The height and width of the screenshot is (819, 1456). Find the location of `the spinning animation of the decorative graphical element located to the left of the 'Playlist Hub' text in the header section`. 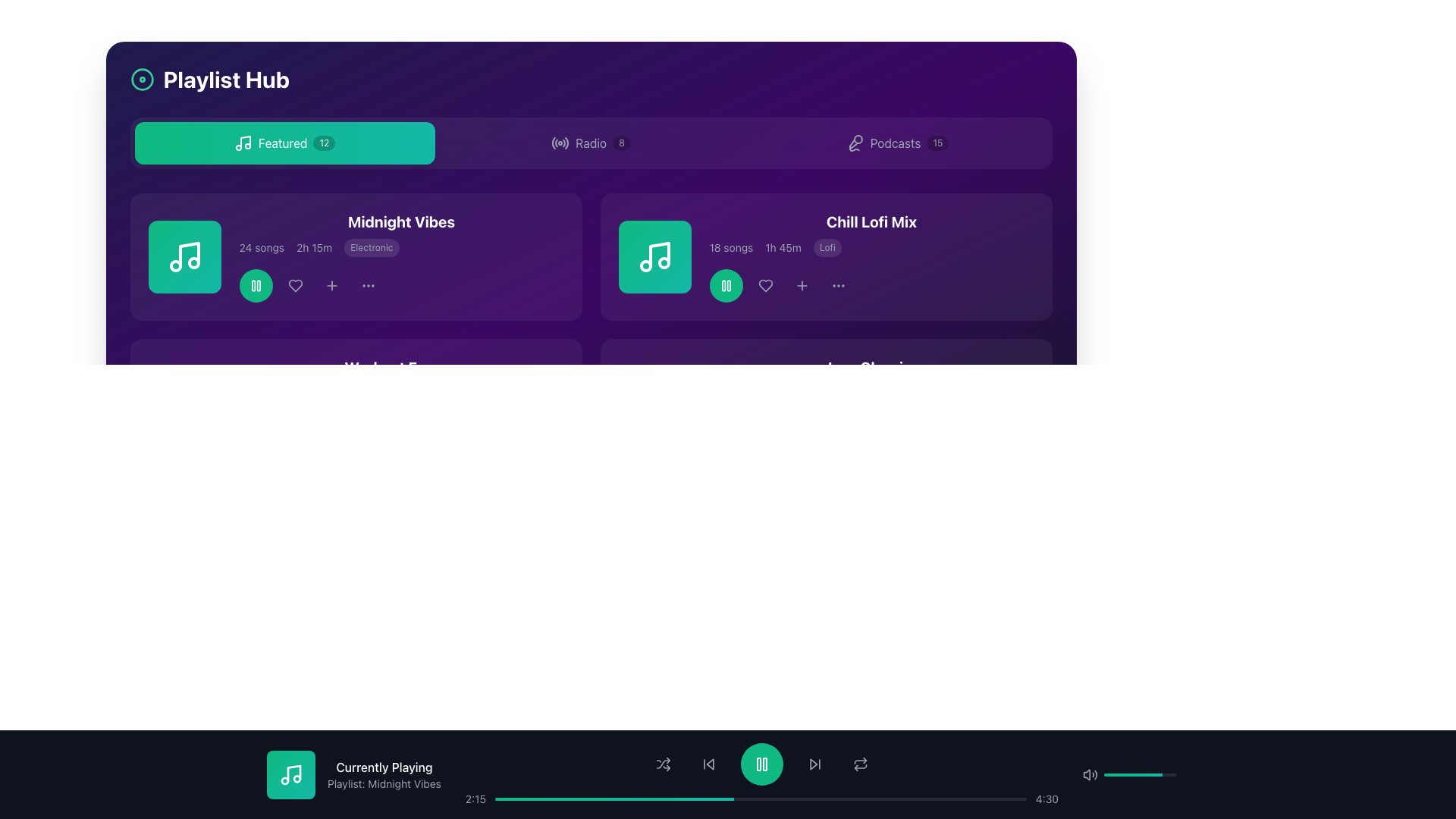

the spinning animation of the decorative graphical element located to the left of the 'Playlist Hub' text in the header section is located at coordinates (142, 79).